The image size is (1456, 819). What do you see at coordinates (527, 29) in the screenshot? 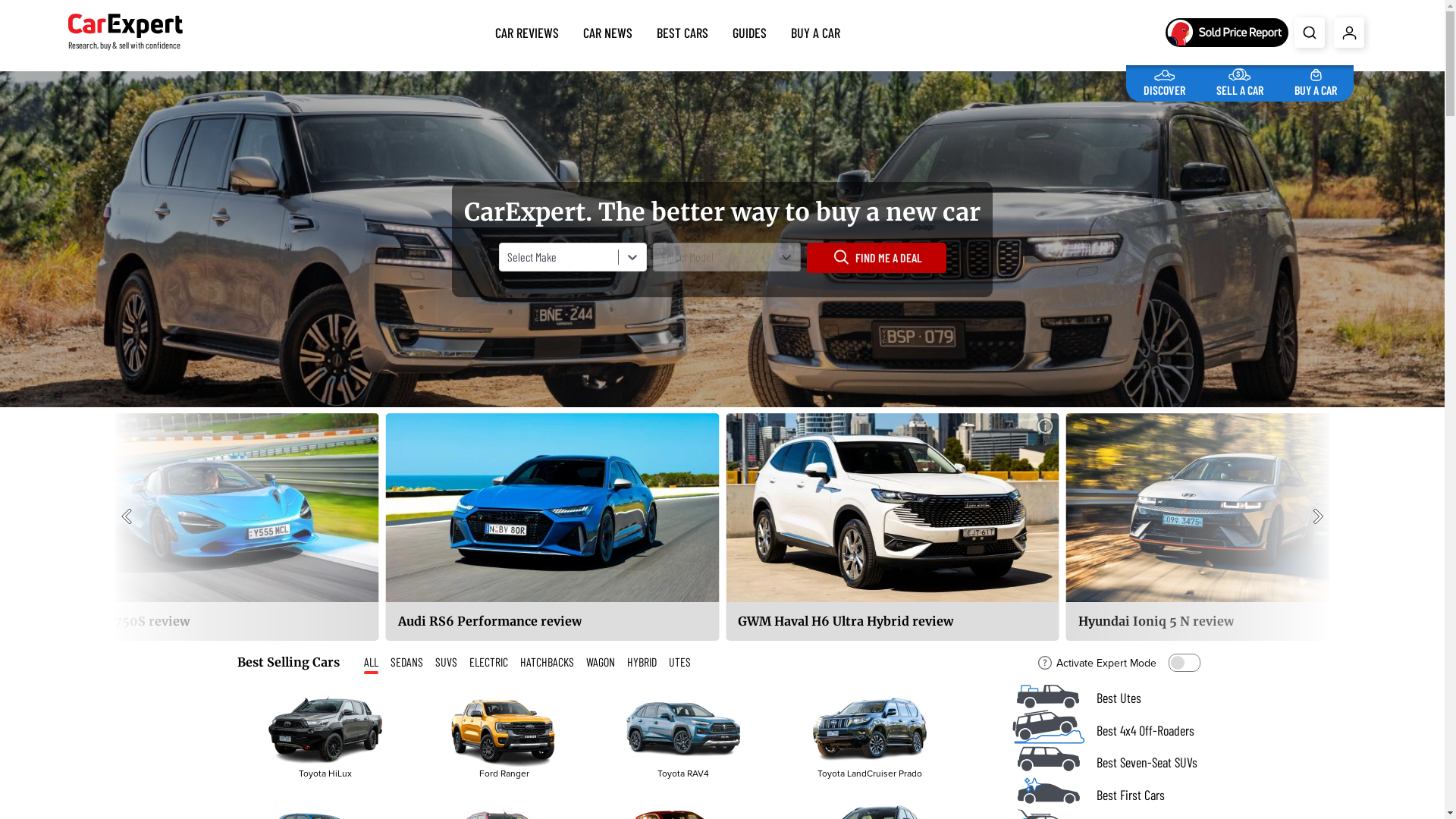
I see `'CAR REVIEWS'` at bounding box center [527, 29].